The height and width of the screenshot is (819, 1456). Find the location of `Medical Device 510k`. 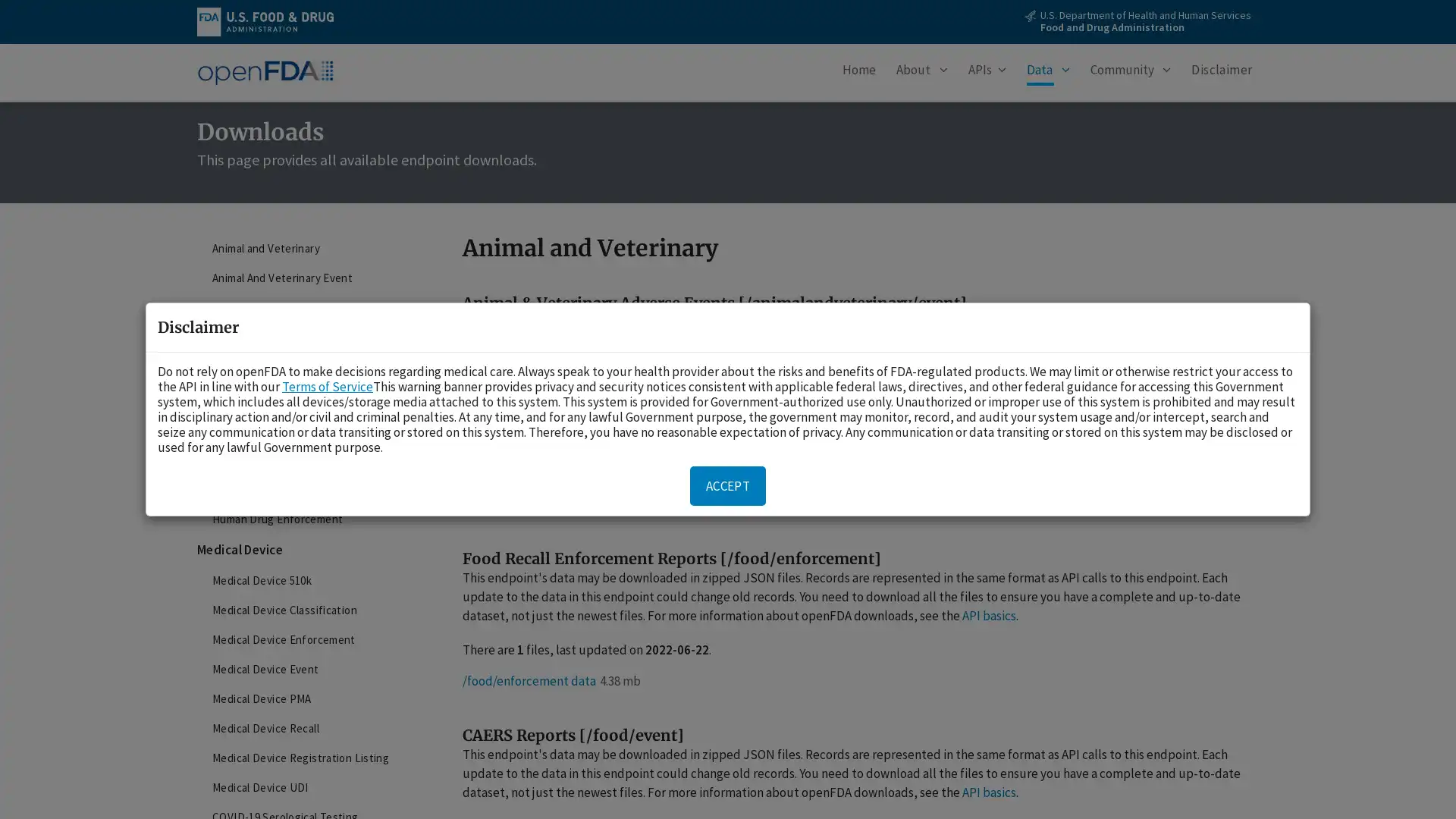

Medical Device 510k is located at coordinates (309, 580).